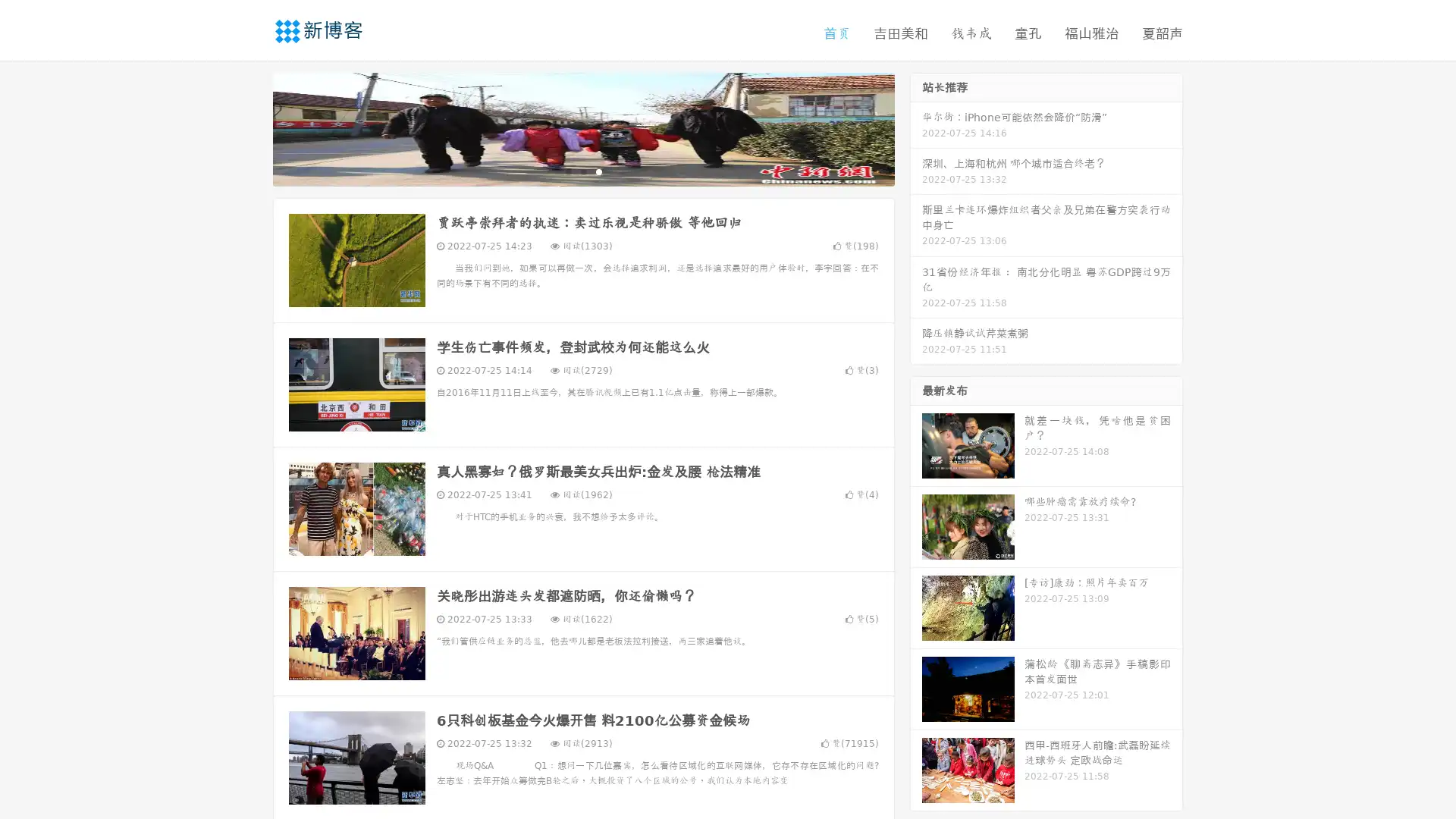 The height and width of the screenshot is (819, 1456). Describe the element at coordinates (250, 127) in the screenshot. I see `Previous slide` at that location.